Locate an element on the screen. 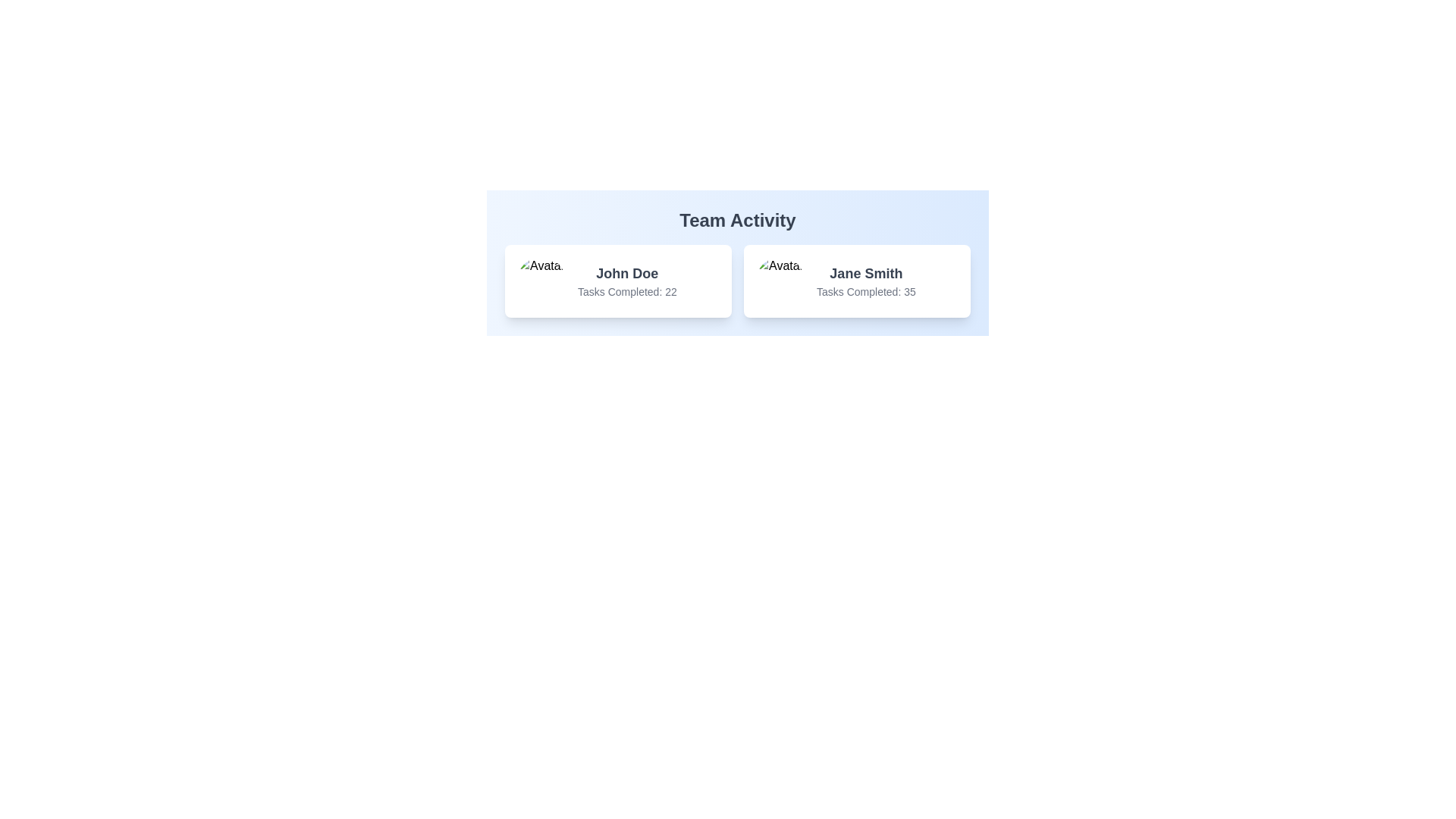 The width and height of the screenshot is (1456, 819). the text display element showing 'Jane Smith' and their task completion count of 35, located in the right card under the title 'Team Activity.' is located at coordinates (866, 281).